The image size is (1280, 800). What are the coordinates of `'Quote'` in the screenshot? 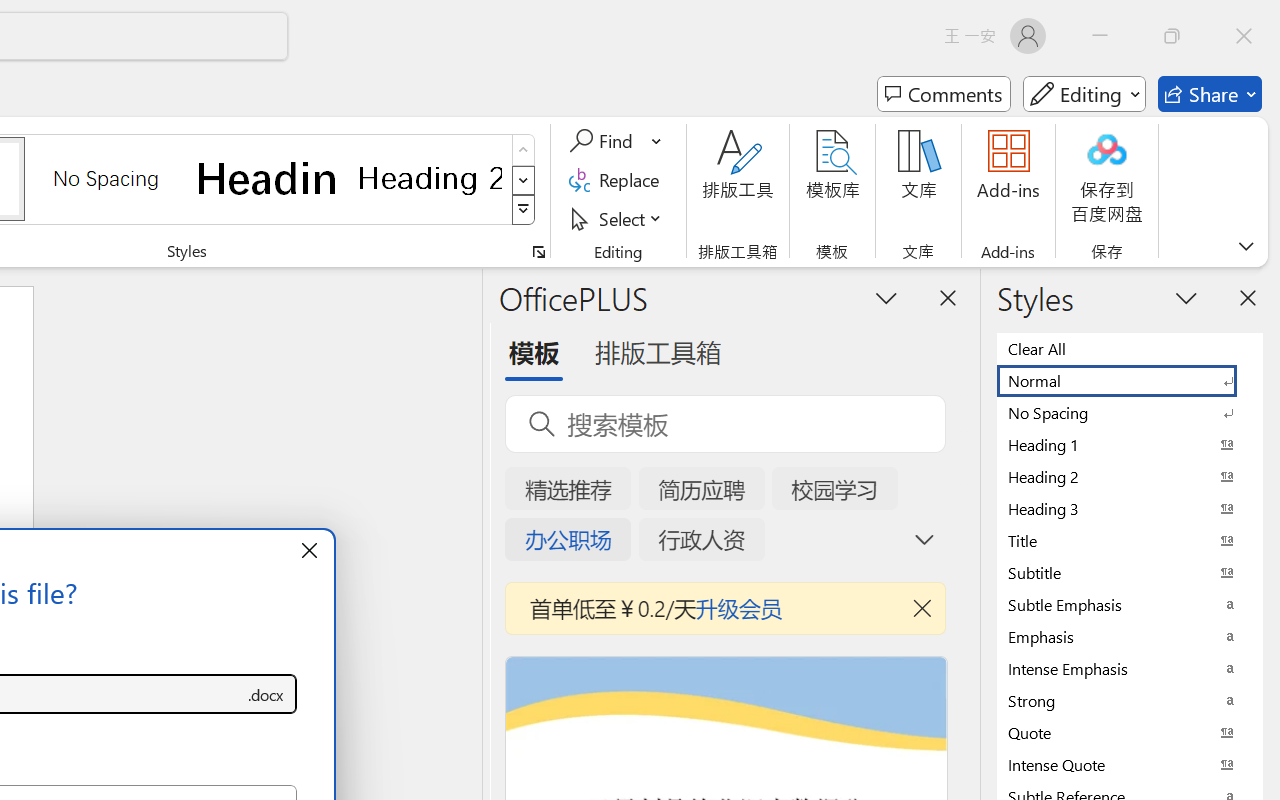 It's located at (1130, 731).